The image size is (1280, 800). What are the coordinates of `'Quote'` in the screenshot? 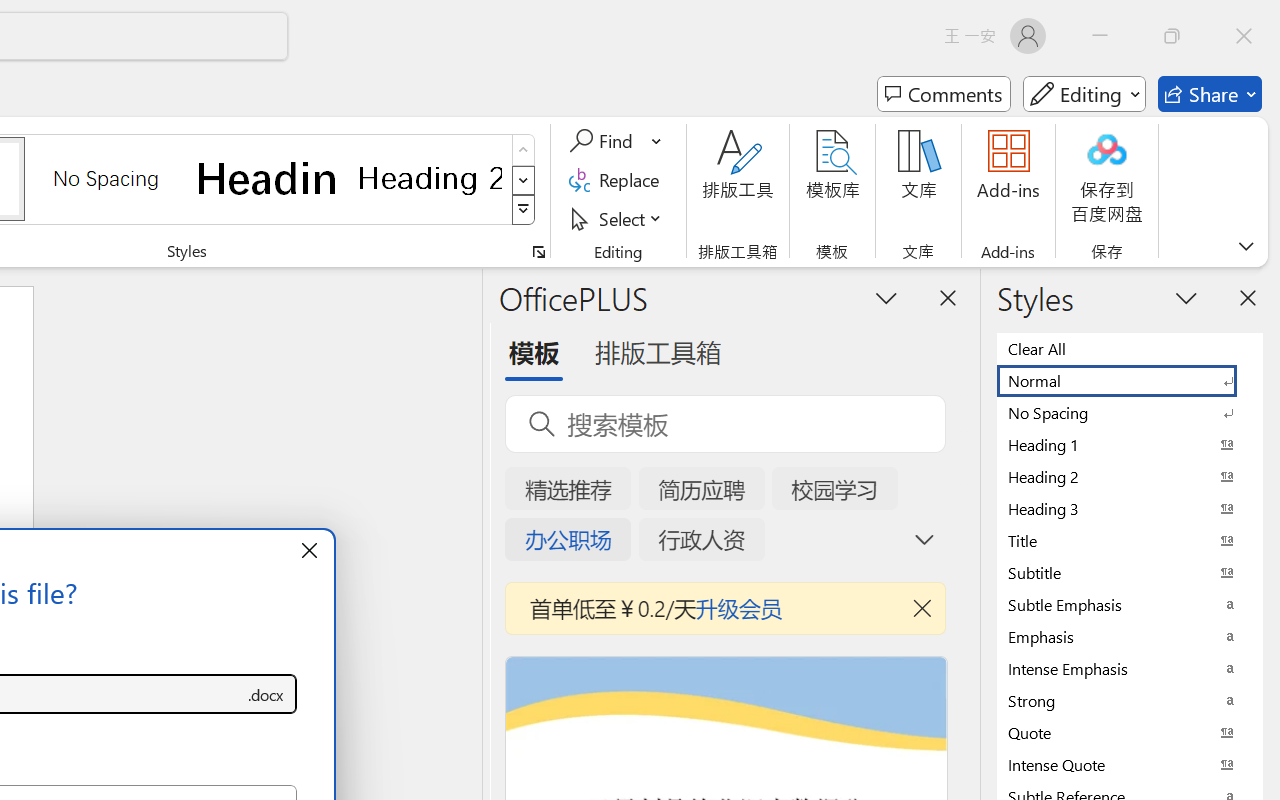 It's located at (1130, 731).